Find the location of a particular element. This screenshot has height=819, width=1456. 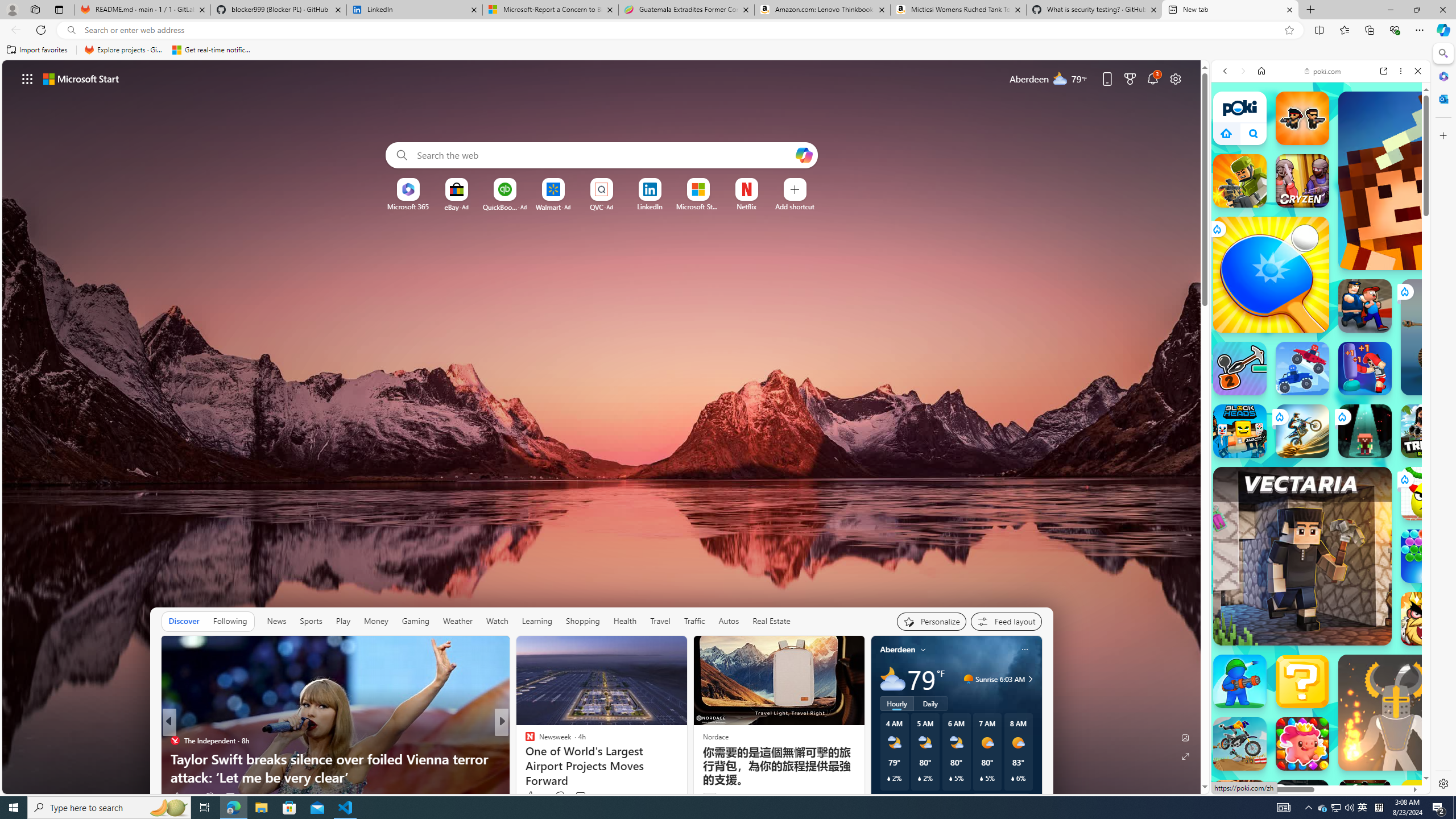

'My location' is located at coordinates (923, 649).